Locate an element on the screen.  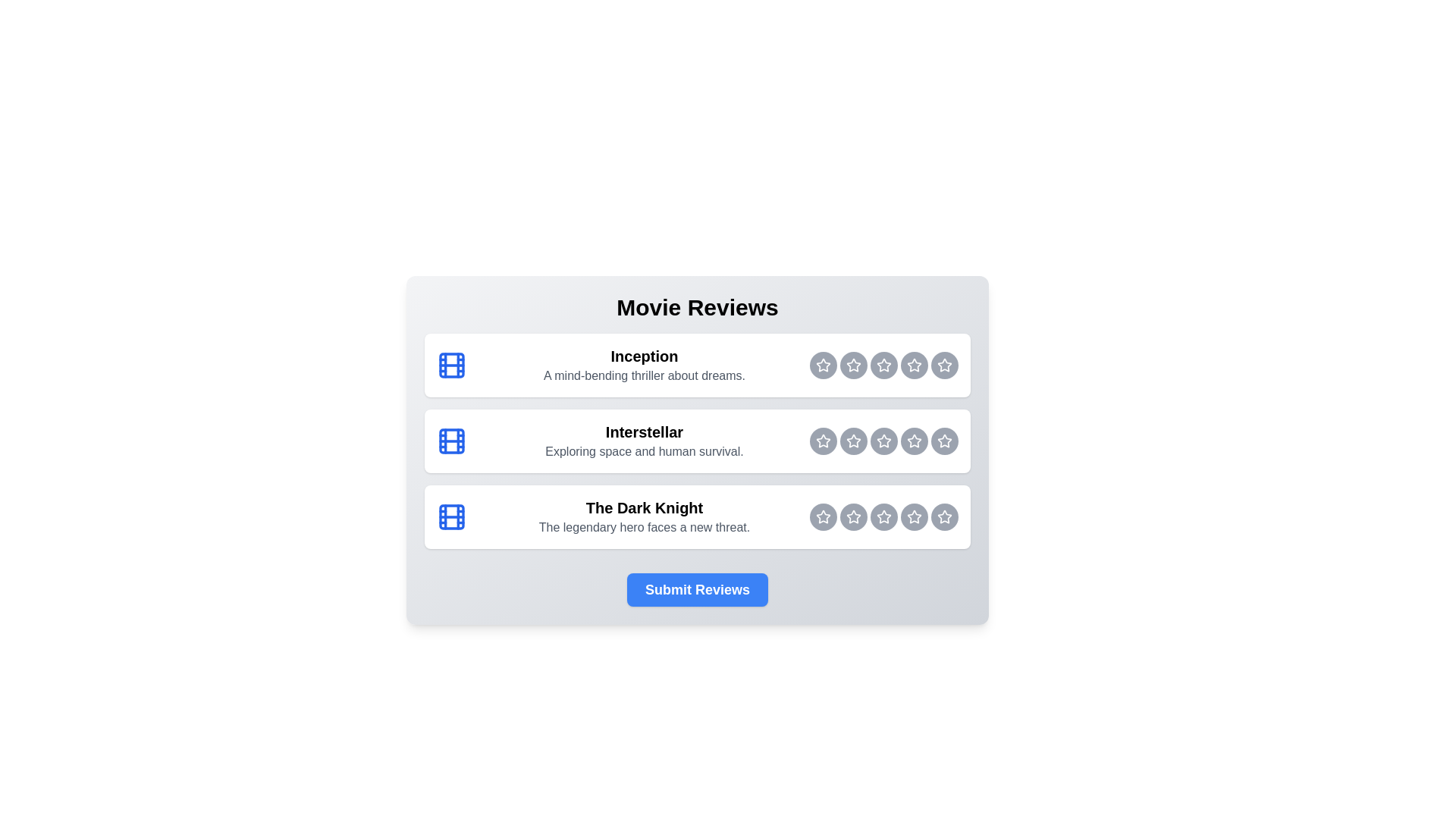
the rating button for Interstellar at 3 stars is located at coordinates (884, 441).